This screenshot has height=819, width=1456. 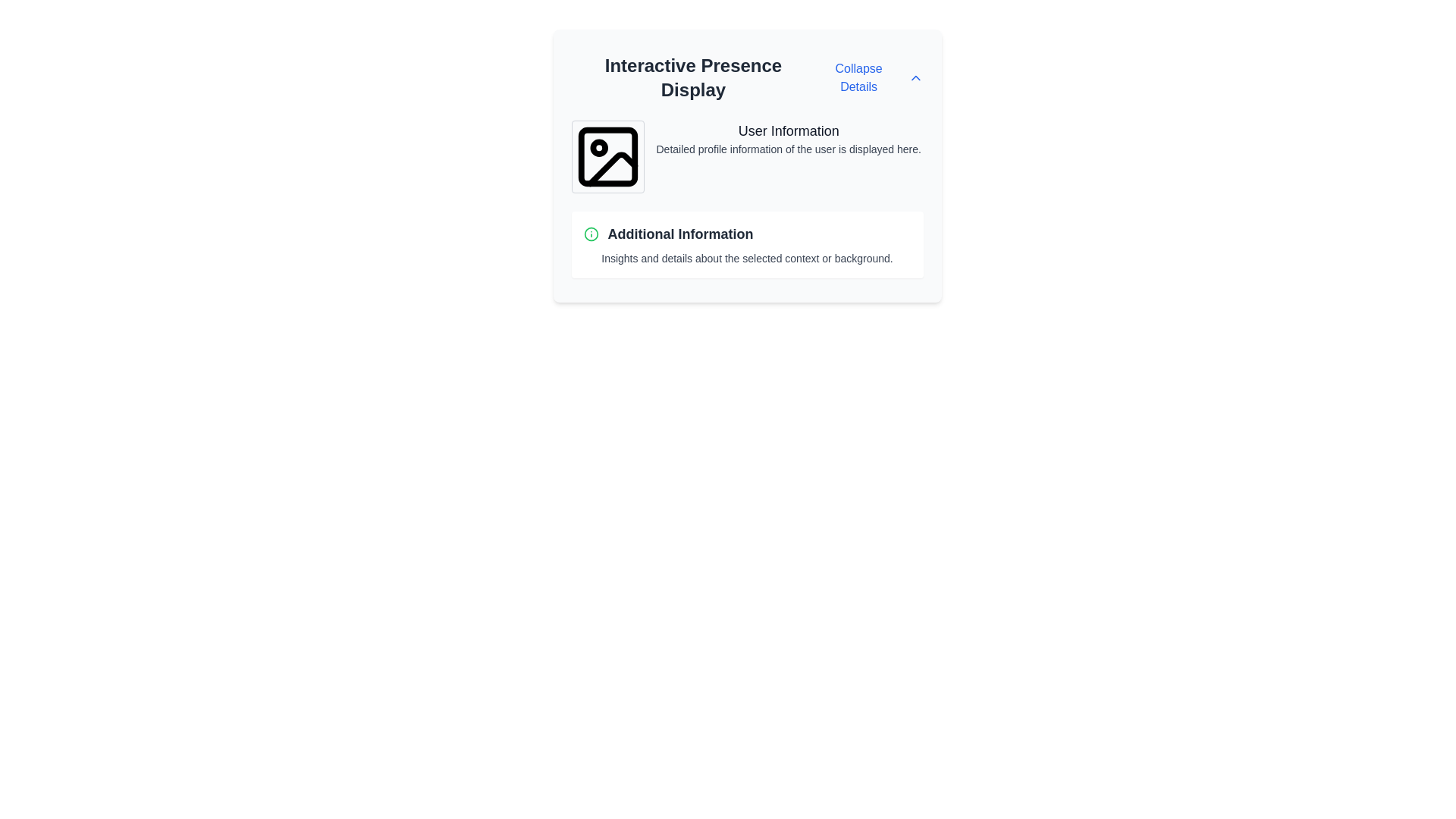 I want to click on the clickable text link styled in blue that displays 'Collapse' on top and 'Details' below, located at the top-right position next to the title text 'Interactive Presence Display', so click(x=869, y=78).